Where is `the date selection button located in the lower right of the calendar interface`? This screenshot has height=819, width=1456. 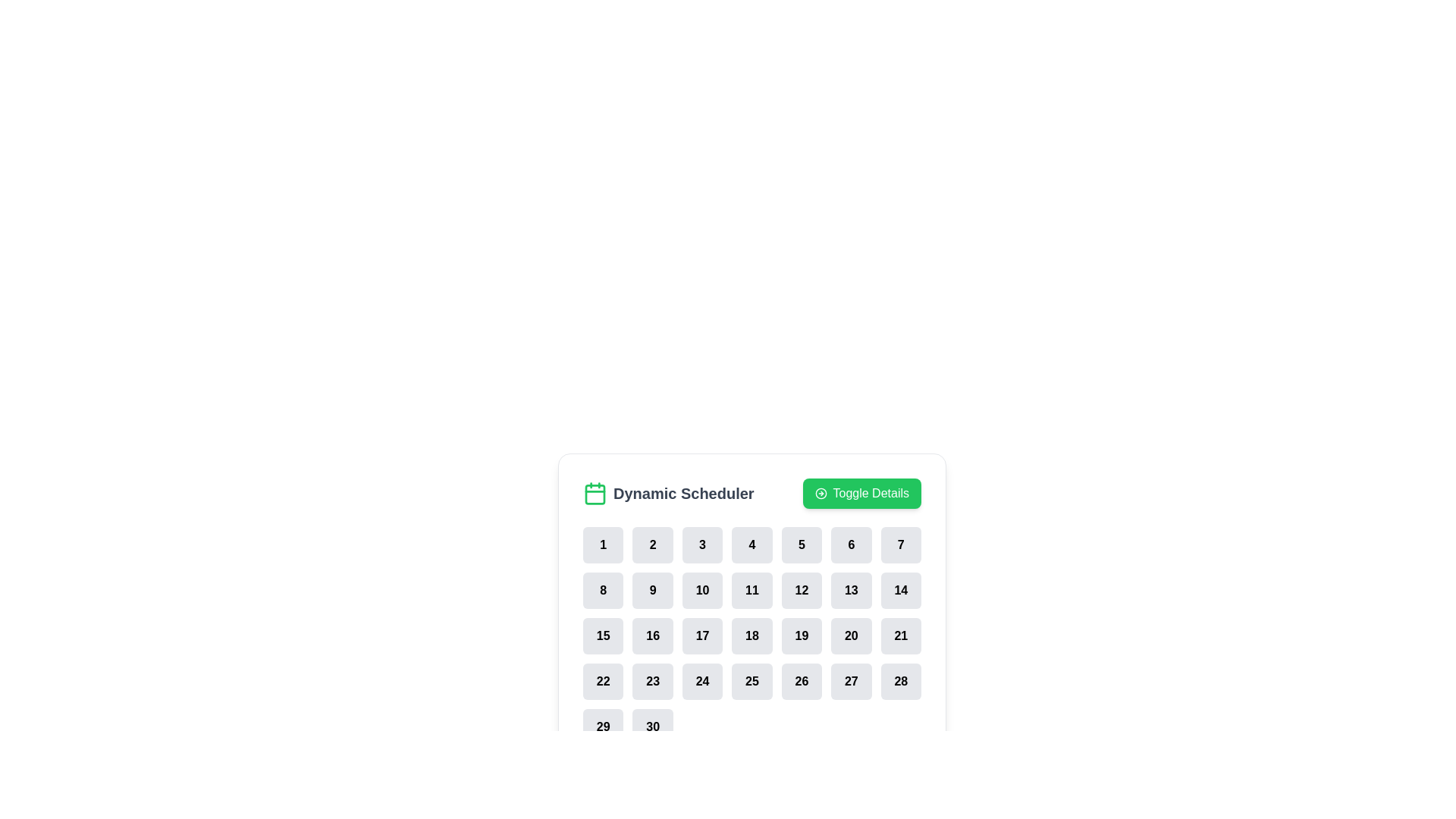 the date selection button located in the lower right of the calendar interface is located at coordinates (901, 680).